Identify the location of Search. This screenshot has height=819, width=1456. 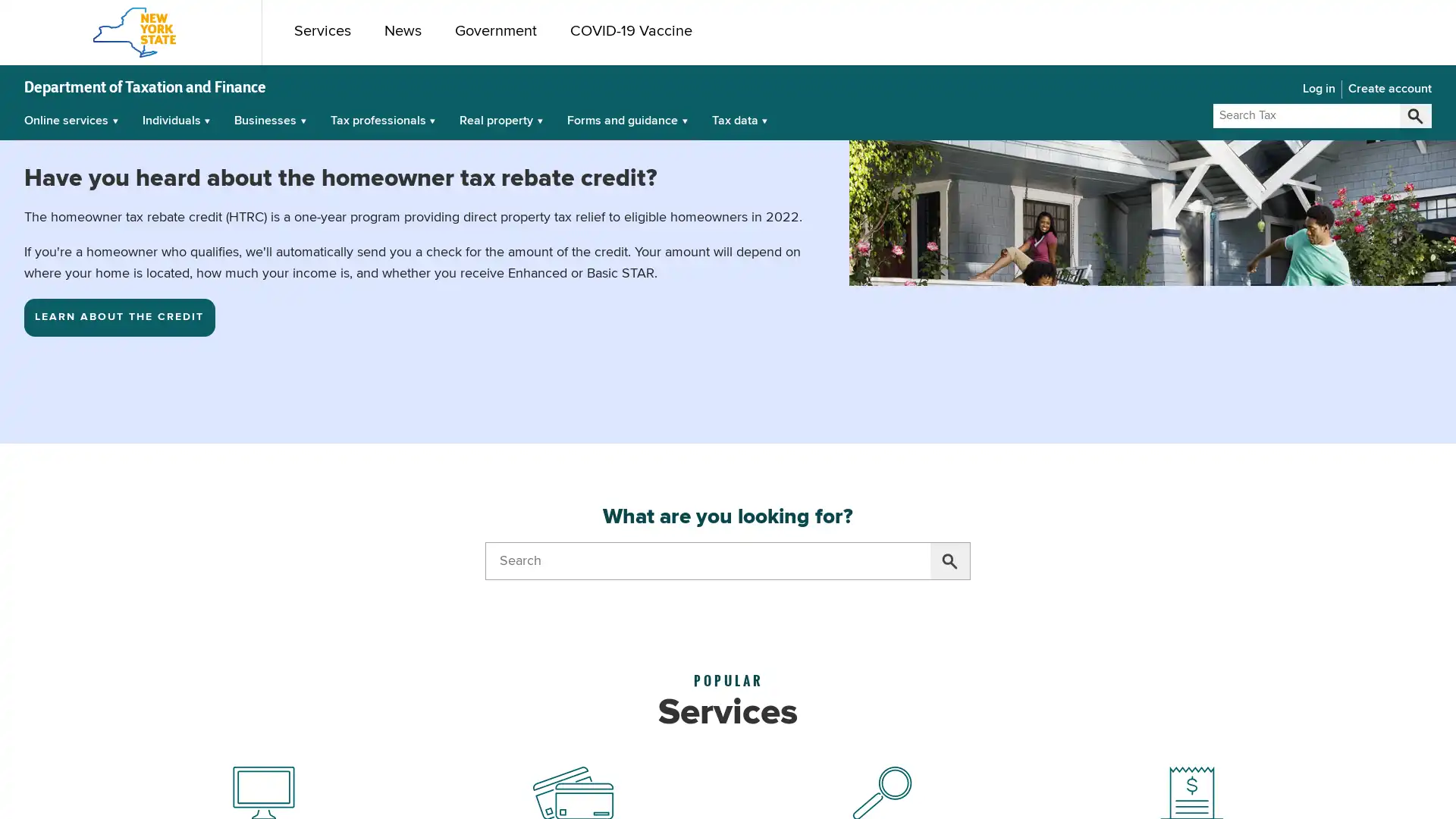
(949, 561).